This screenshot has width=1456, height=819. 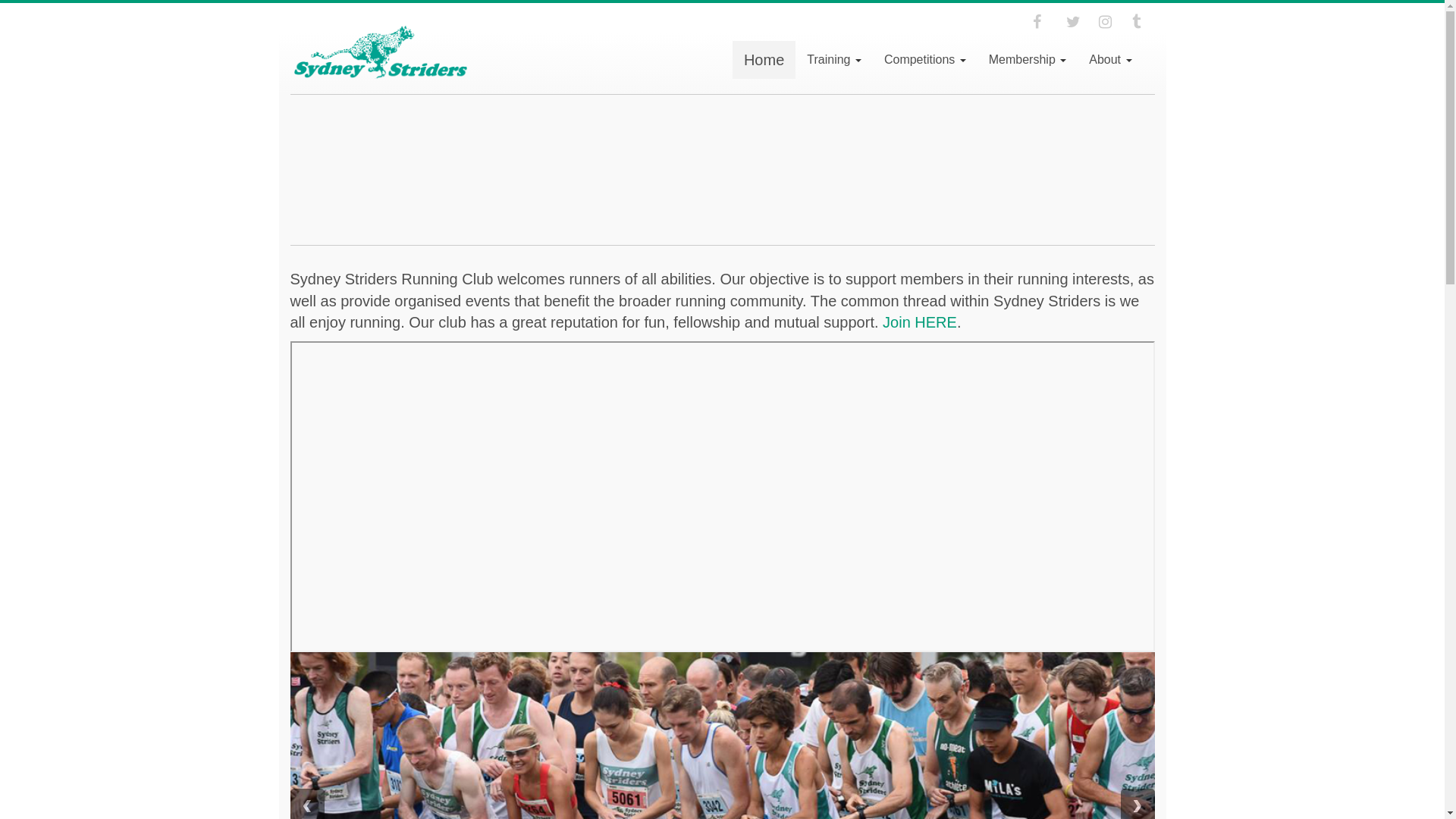 I want to click on 'facebook', so click(x=1043, y=22).